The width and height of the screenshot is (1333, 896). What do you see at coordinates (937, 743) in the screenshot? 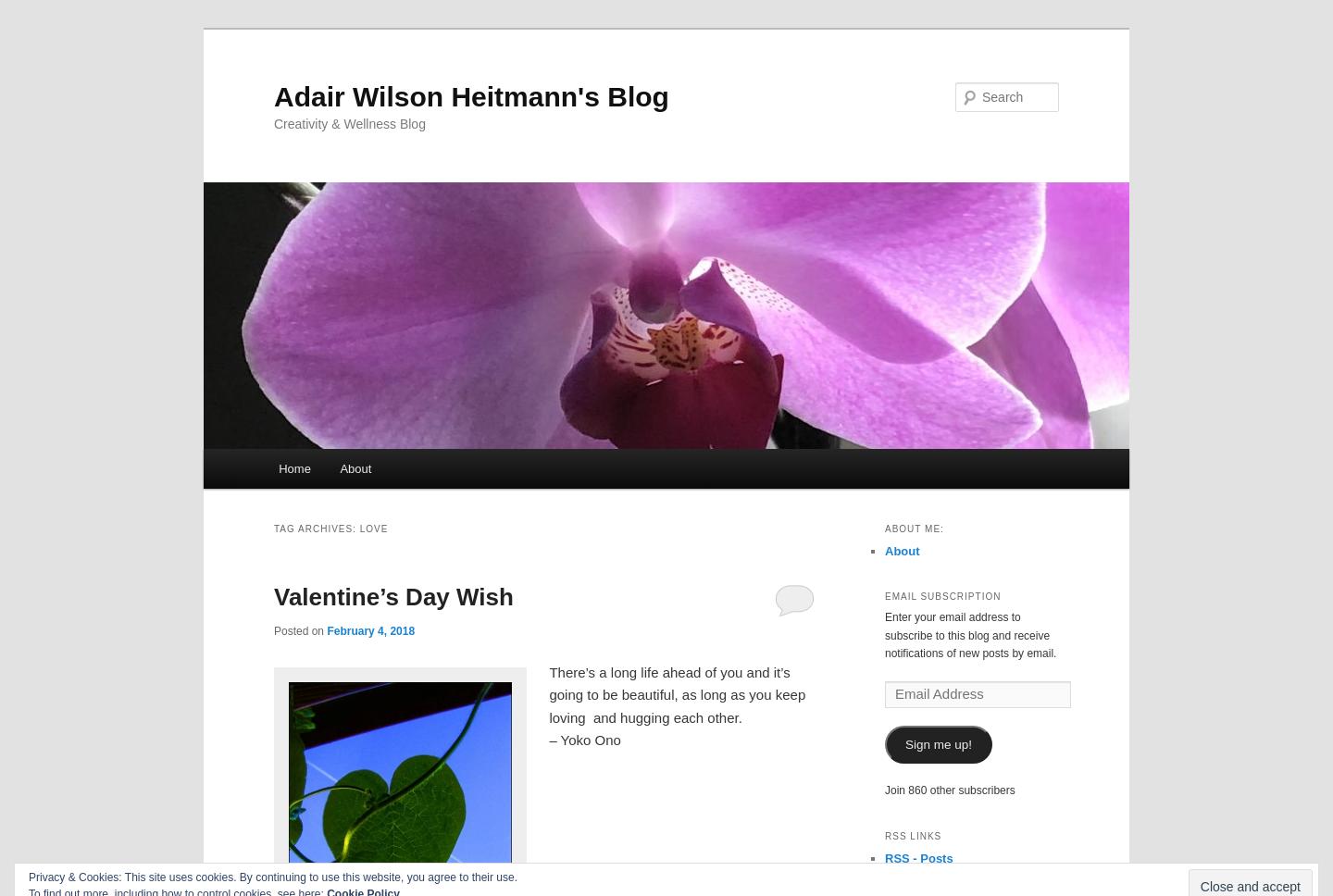
I see `'Sign me up!'` at bounding box center [937, 743].